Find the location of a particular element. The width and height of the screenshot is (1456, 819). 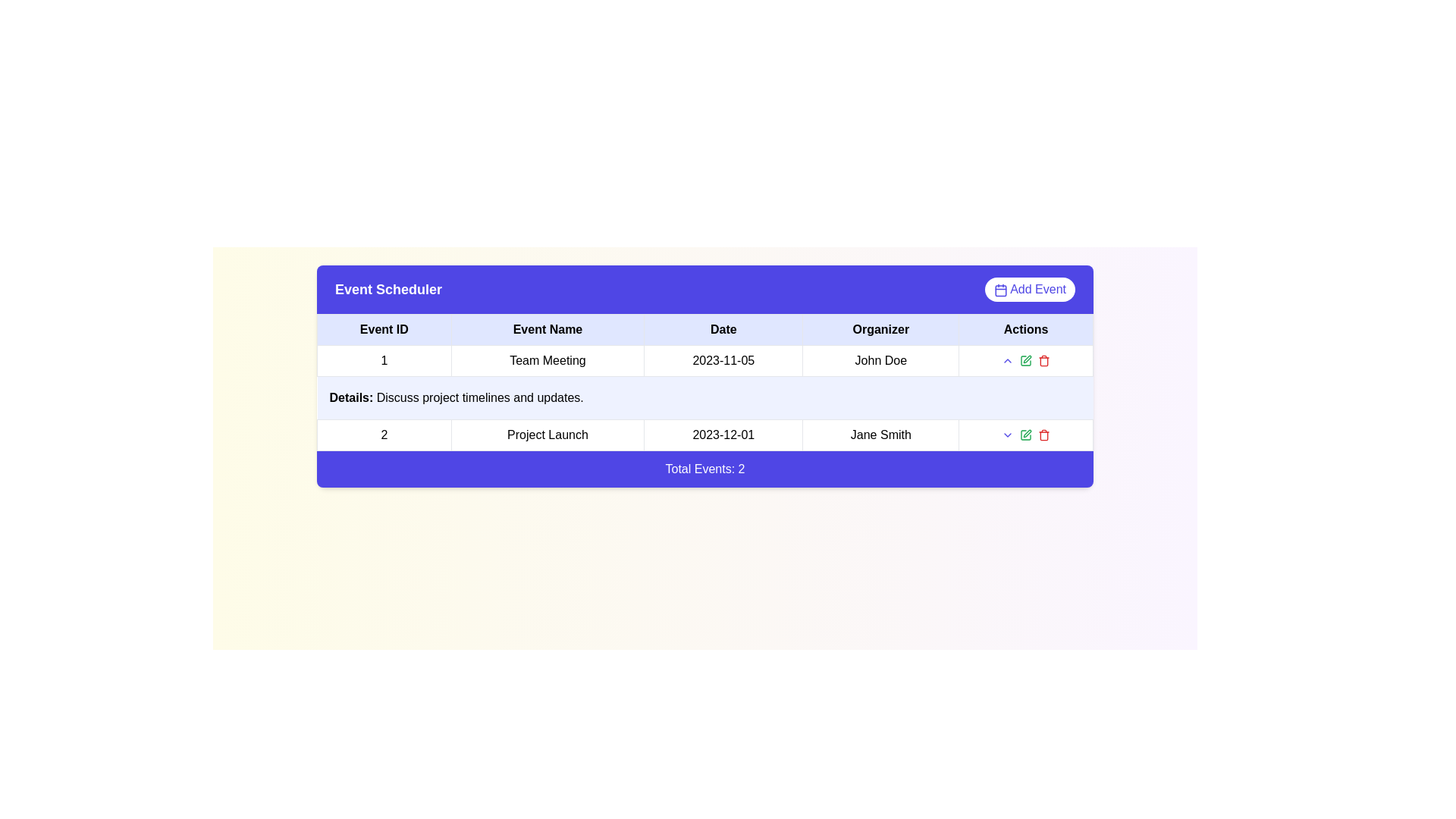

the 'Event Name' text label, which is bold and centered within a light blue rectangular cell in the header row of a table is located at coordinates (547, 329).